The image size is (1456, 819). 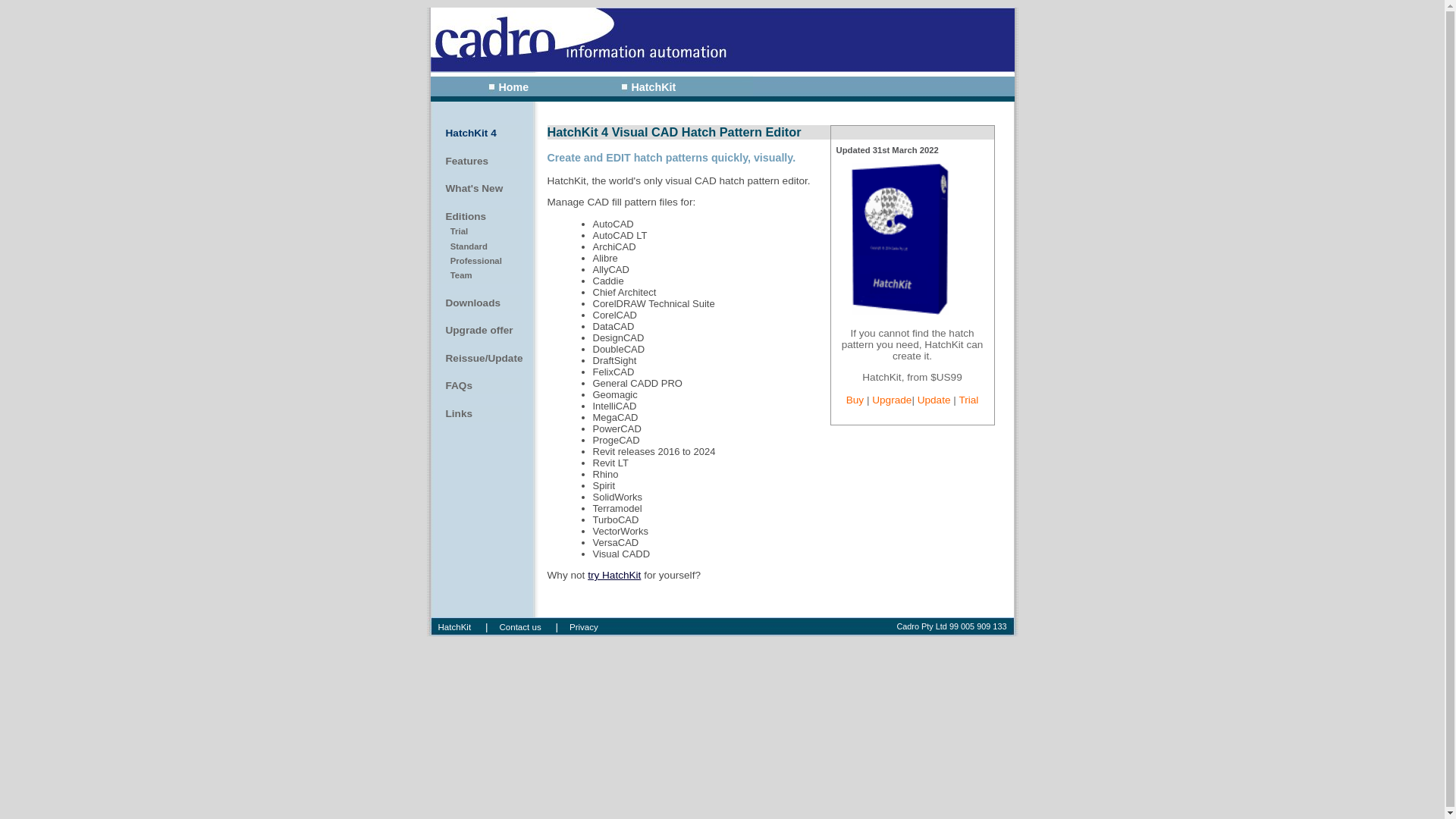 I want to click on 'Trial', so click(x=967, y=399).